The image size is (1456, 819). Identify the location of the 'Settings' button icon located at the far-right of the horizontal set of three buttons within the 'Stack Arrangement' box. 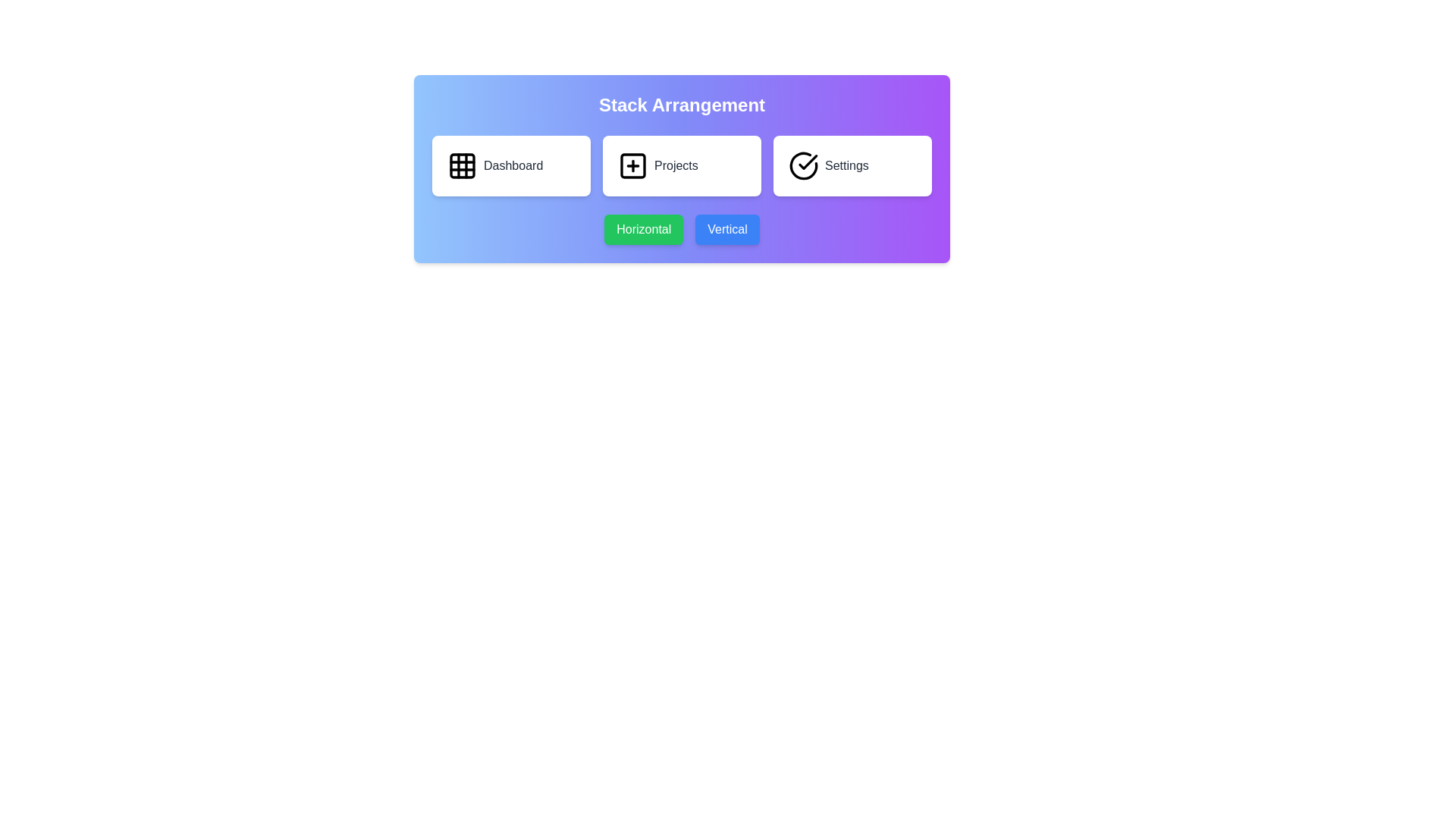
(803, 166).